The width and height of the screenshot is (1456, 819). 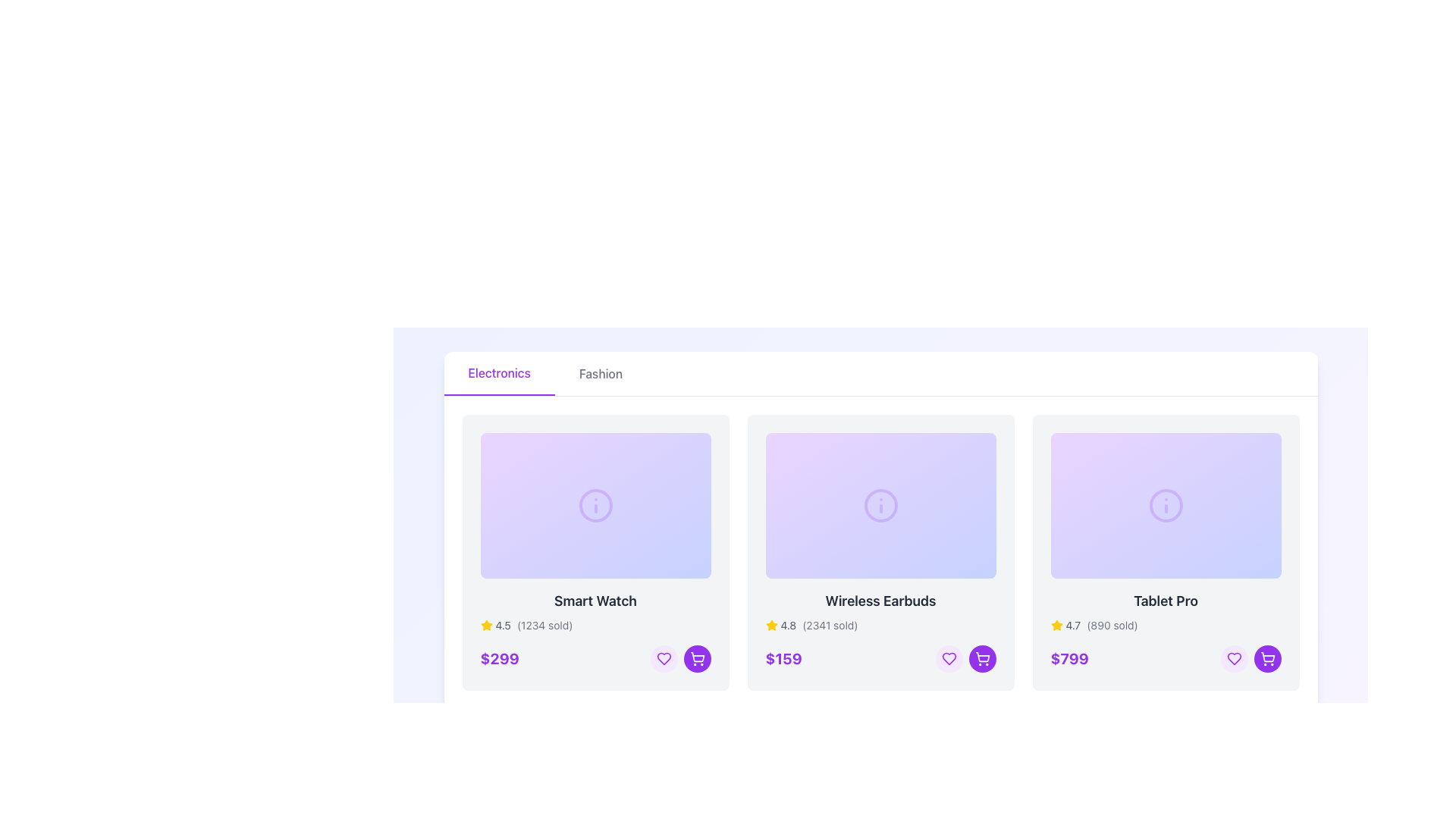 What do you see at coordinates (544, 626) in the screenshot?
I see `the text label displaying '(1234 sold)' which is part of the product information section in the first product card, located next to the rating value (4.5)` at bounding box center [544, 626].